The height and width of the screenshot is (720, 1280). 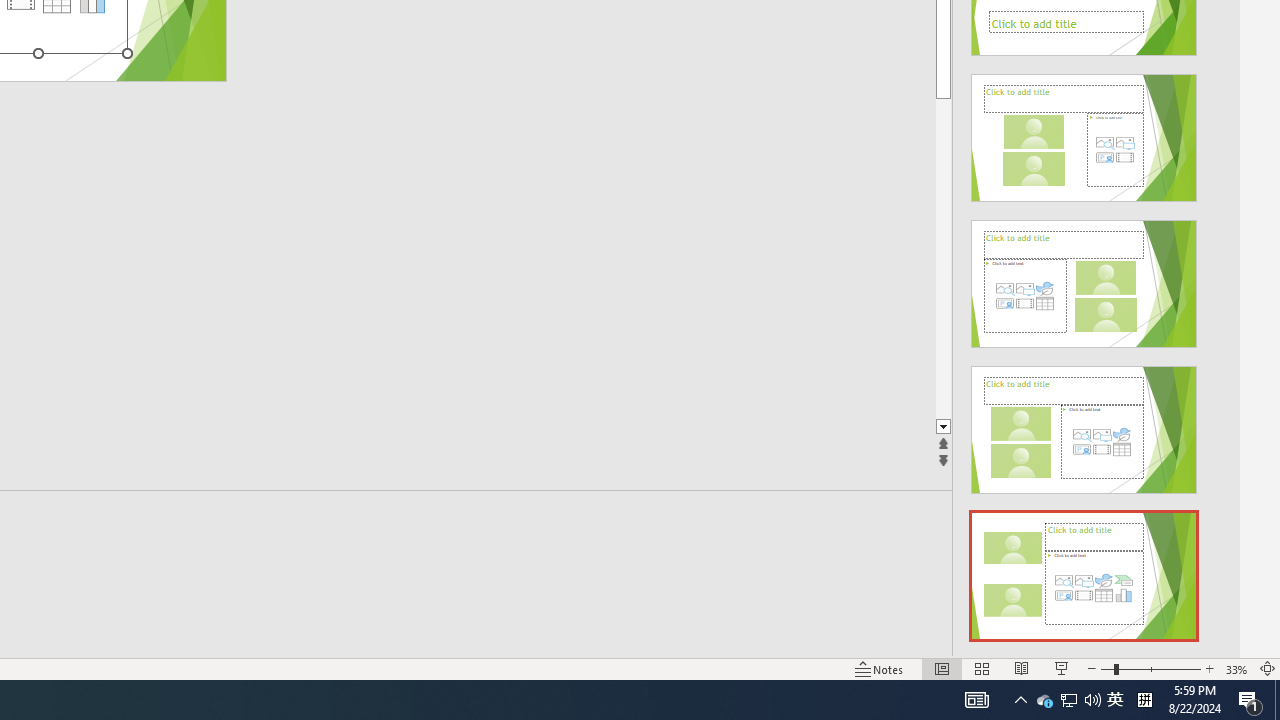 What do you see at coordinates (1236, 669) in the screenshot?
I see `'Zoom 33%'` at bounding box center [1236, 669].